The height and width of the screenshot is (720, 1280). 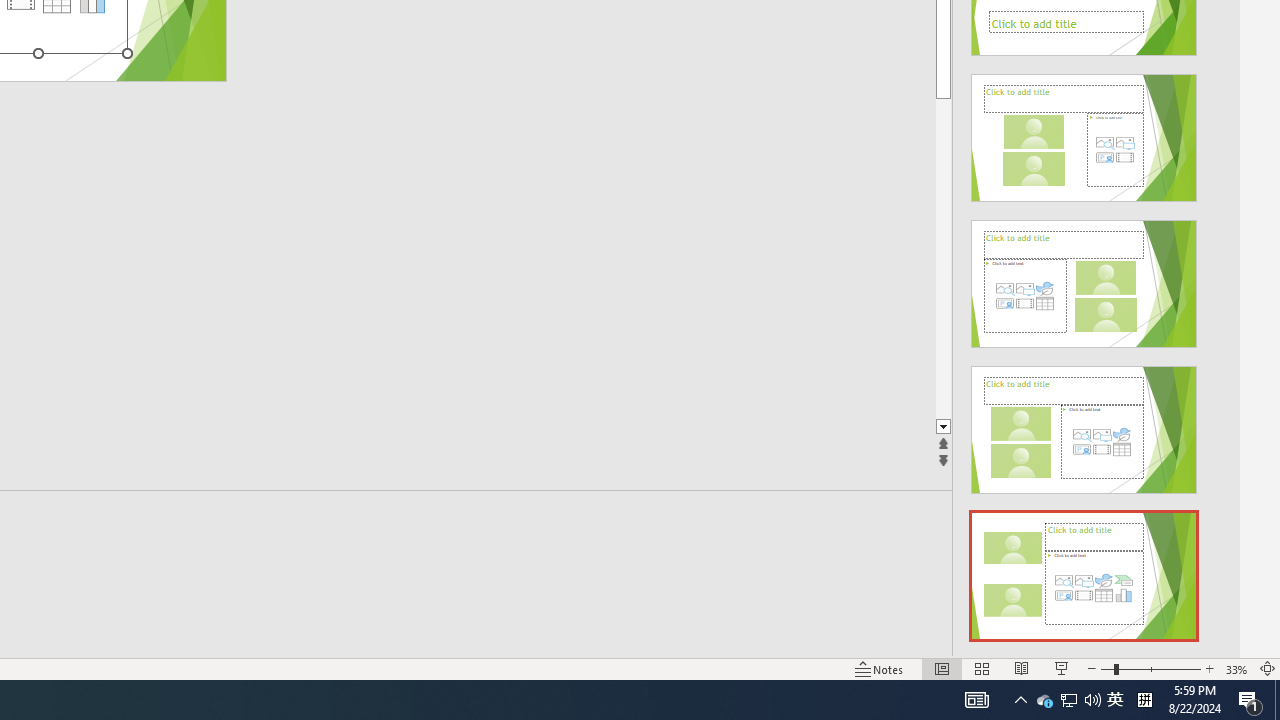 What do you see at coordinates (1236, 669) in the screenshot?
I see `'Zoom 33%'` at bounding box center [1236, 669].